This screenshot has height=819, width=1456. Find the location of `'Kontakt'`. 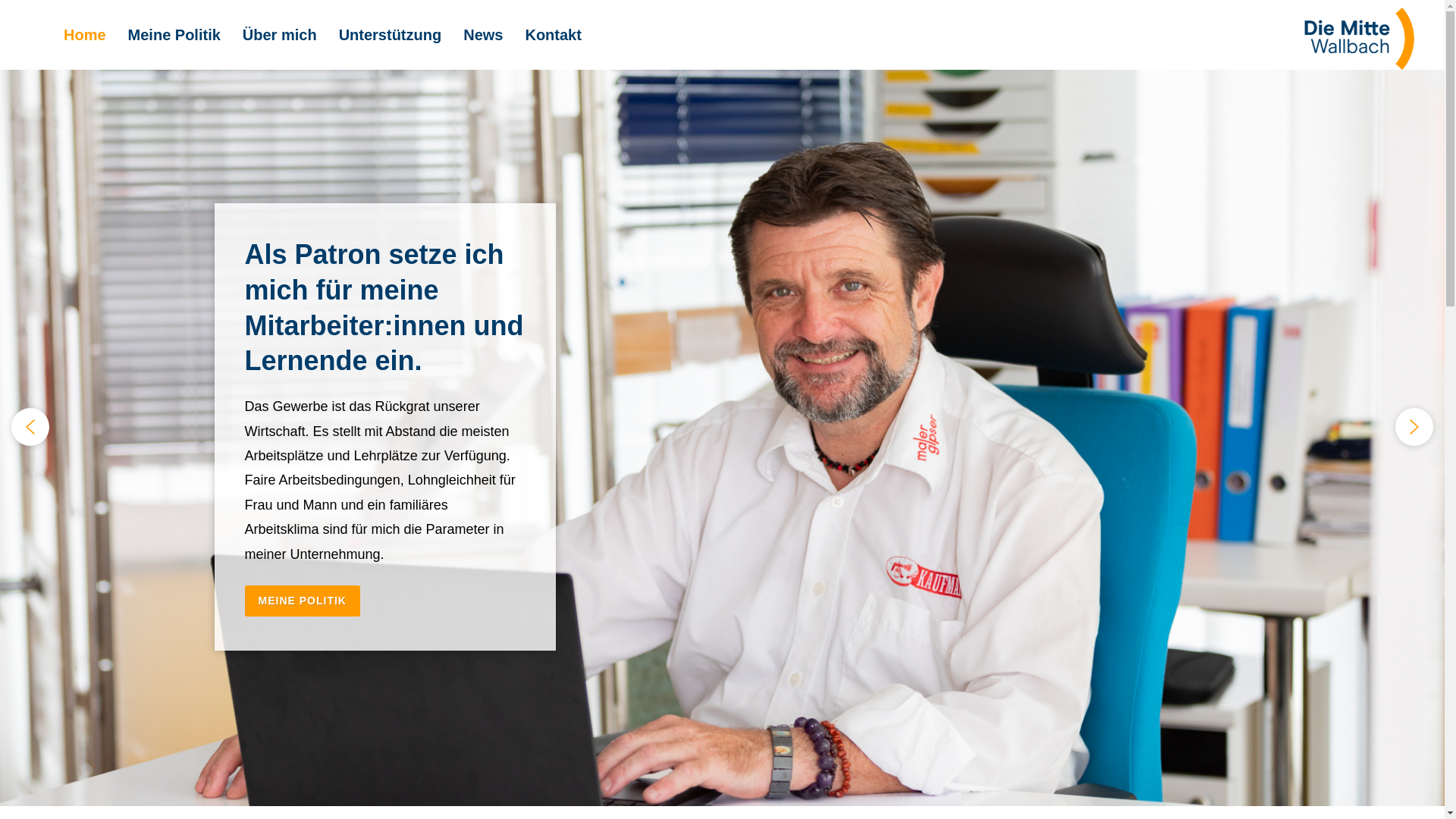

'Kontakt' is located at coordinates (513, 34).